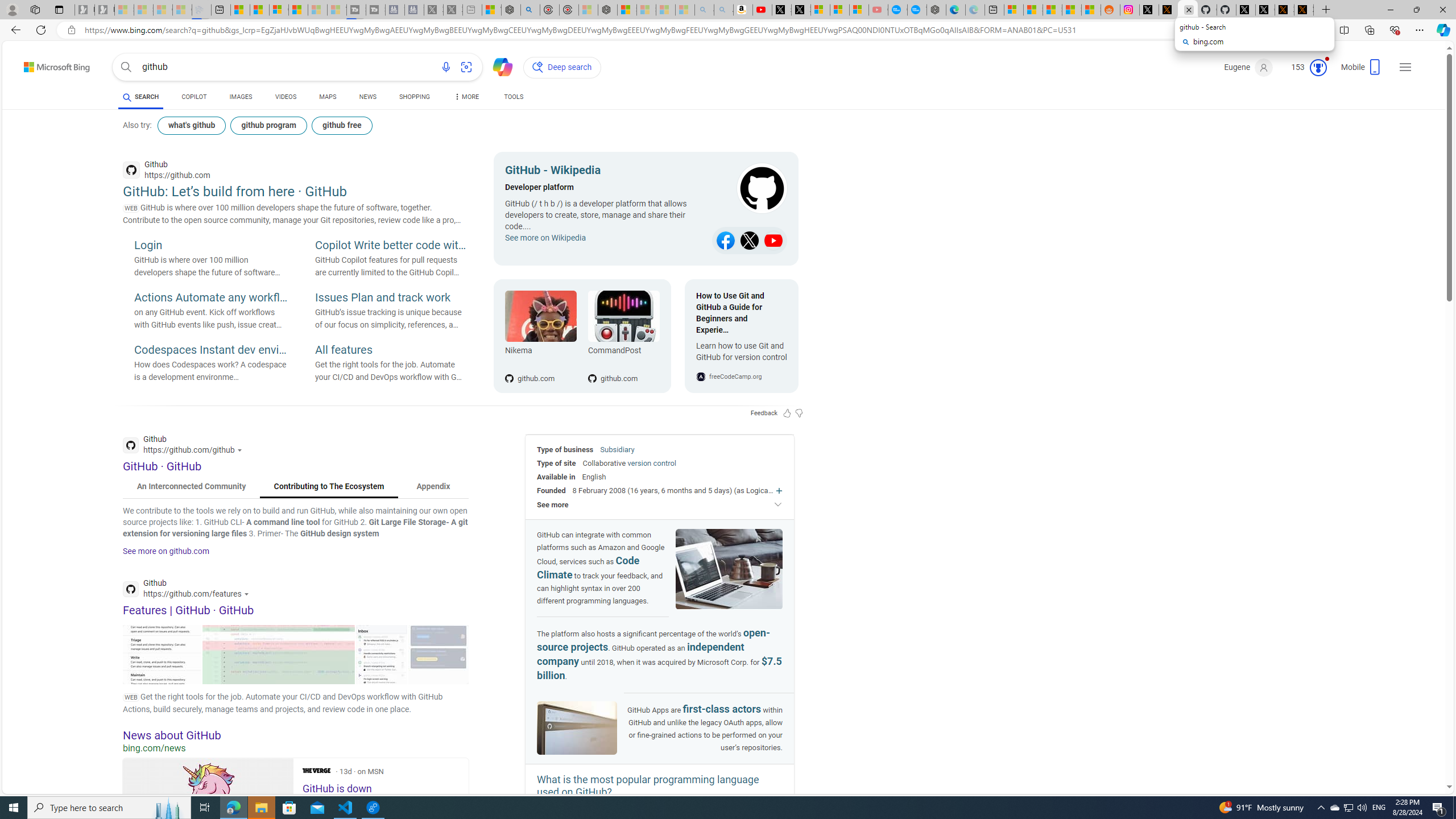  Describe the element at coordinates (651, 462) in the screenshot. I see `'version control'` at that location.